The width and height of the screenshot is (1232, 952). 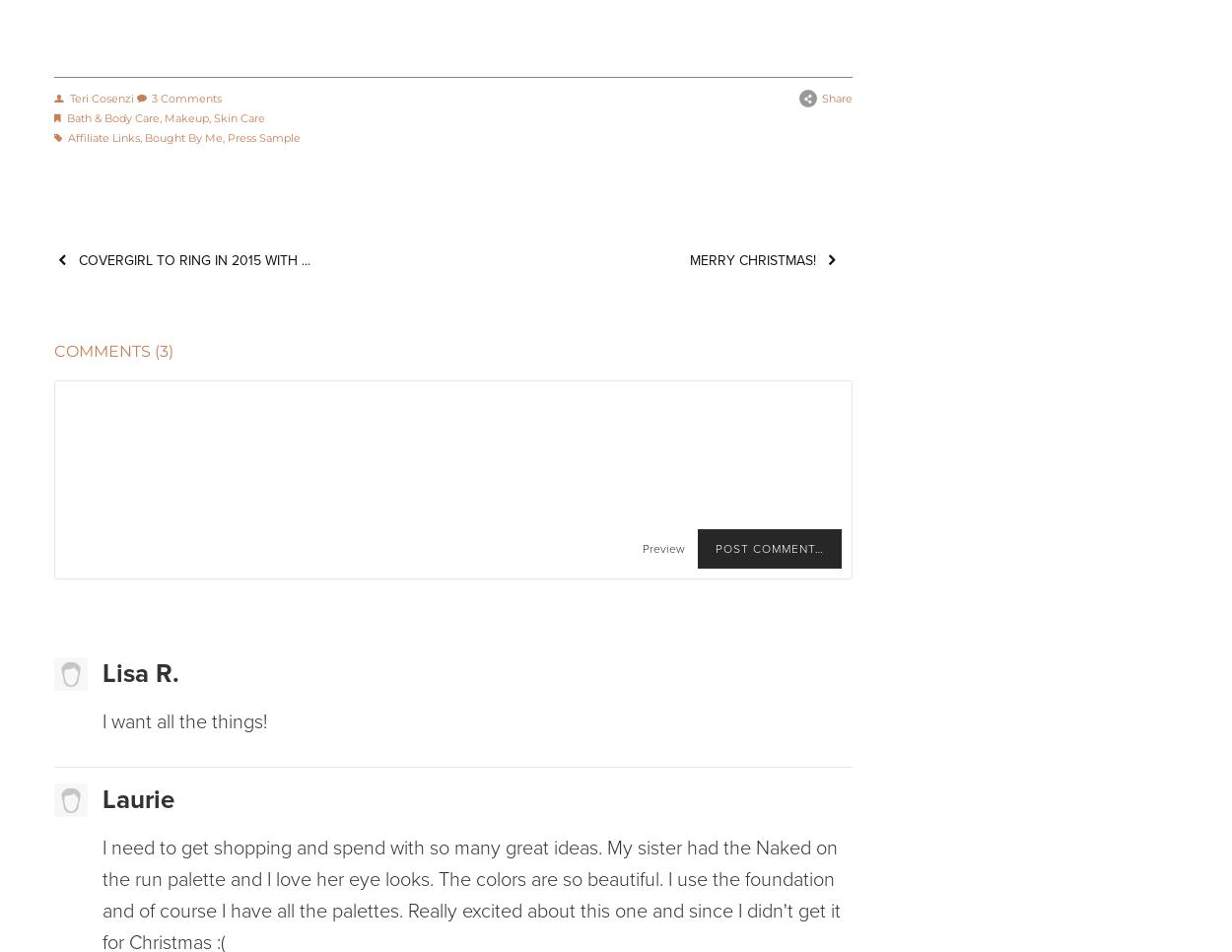 I want to click on 'Bought by Me', so click(x=182, y=136).